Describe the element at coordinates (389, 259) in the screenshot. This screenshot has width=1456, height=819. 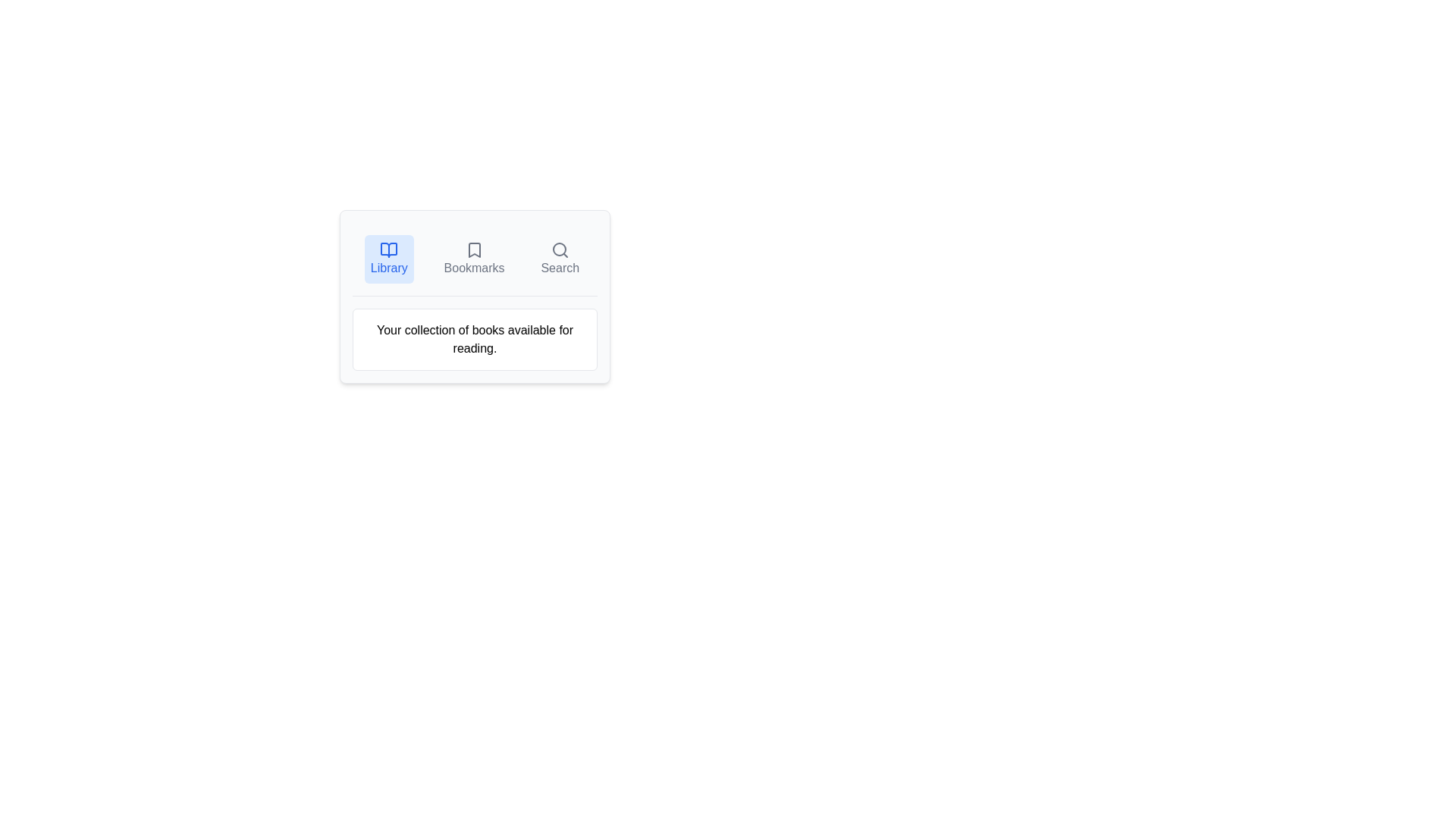
I see `the Library tab by clicking on the respective tab button` at that location.